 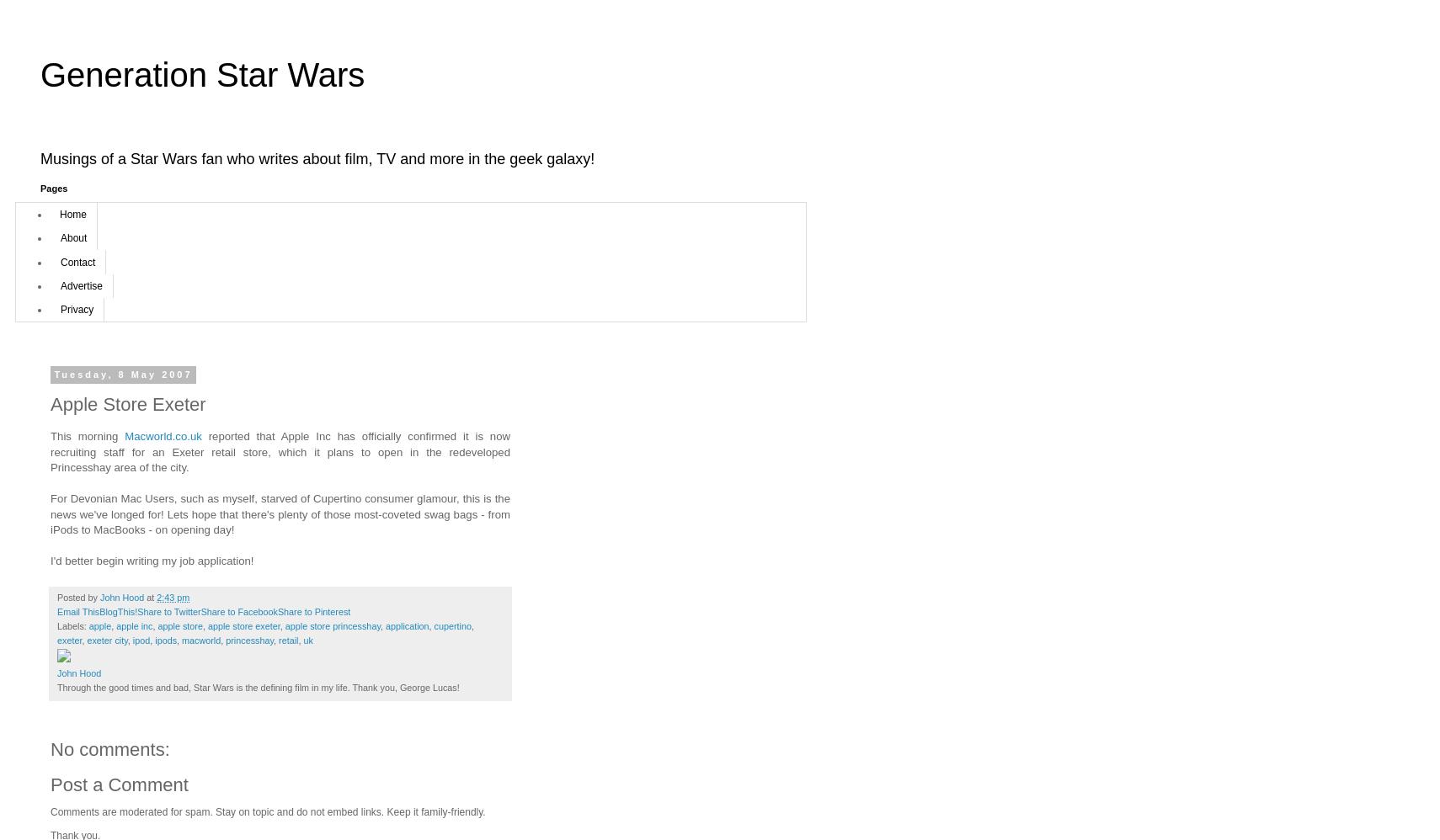 I want to click on 'About', so click(x=72, y=237).